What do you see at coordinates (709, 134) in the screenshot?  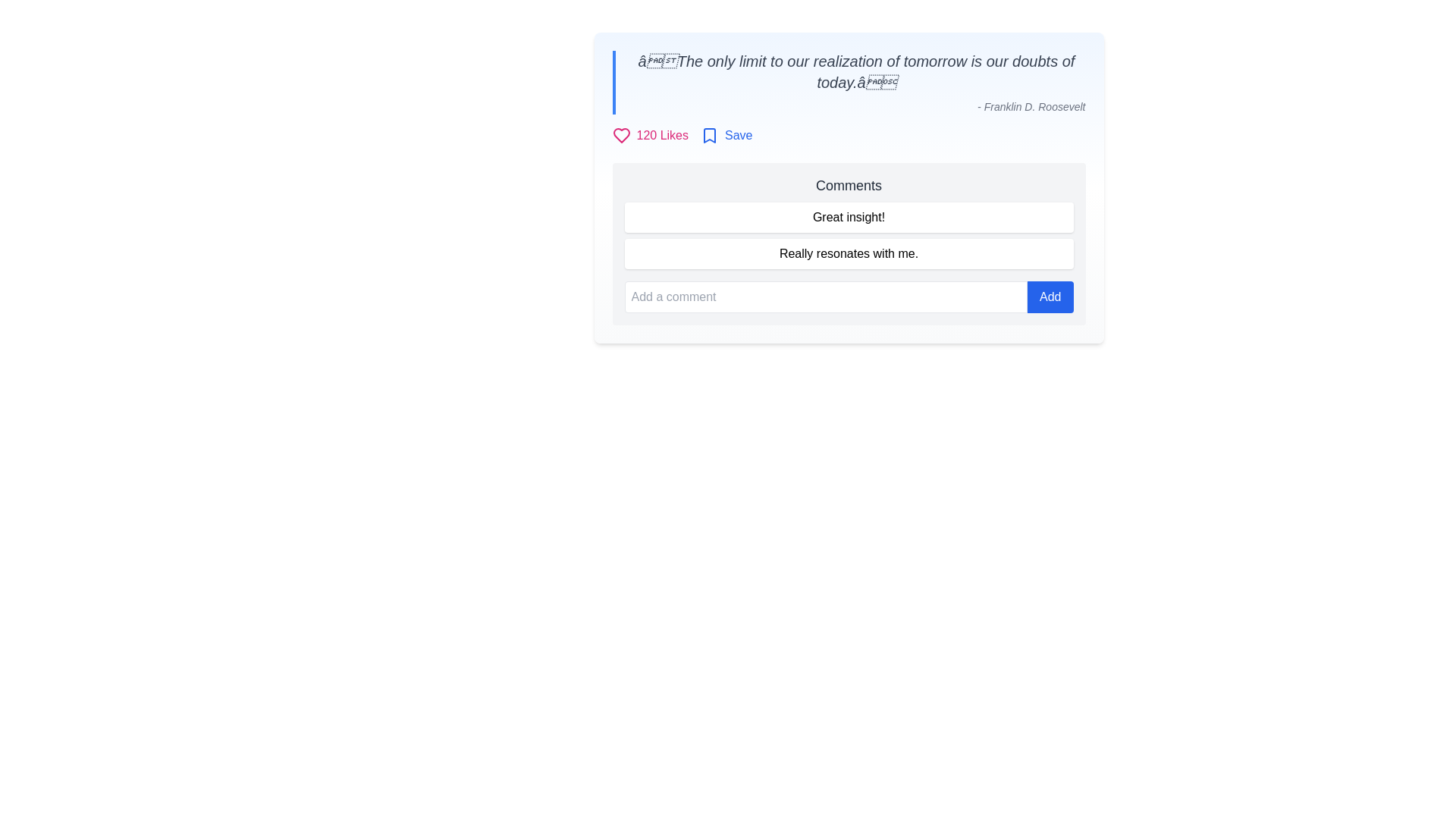 I see `the Vectorized icon located directly to the right of the '120 Likes' label and the heart icon` at bounding box center [709, 134].